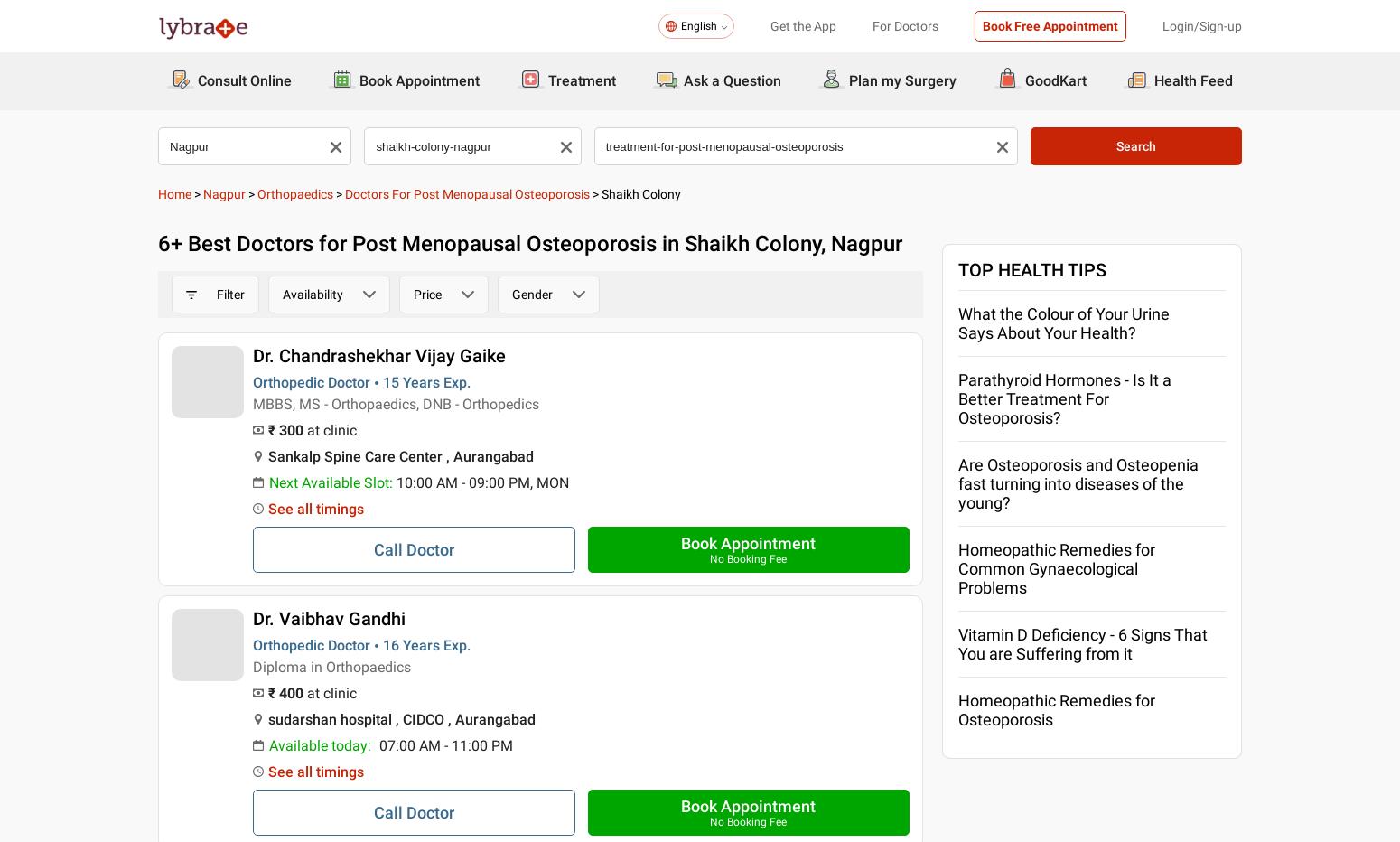  I want to click on '07:00 AM - 11:00 PM', so click(444, 744).